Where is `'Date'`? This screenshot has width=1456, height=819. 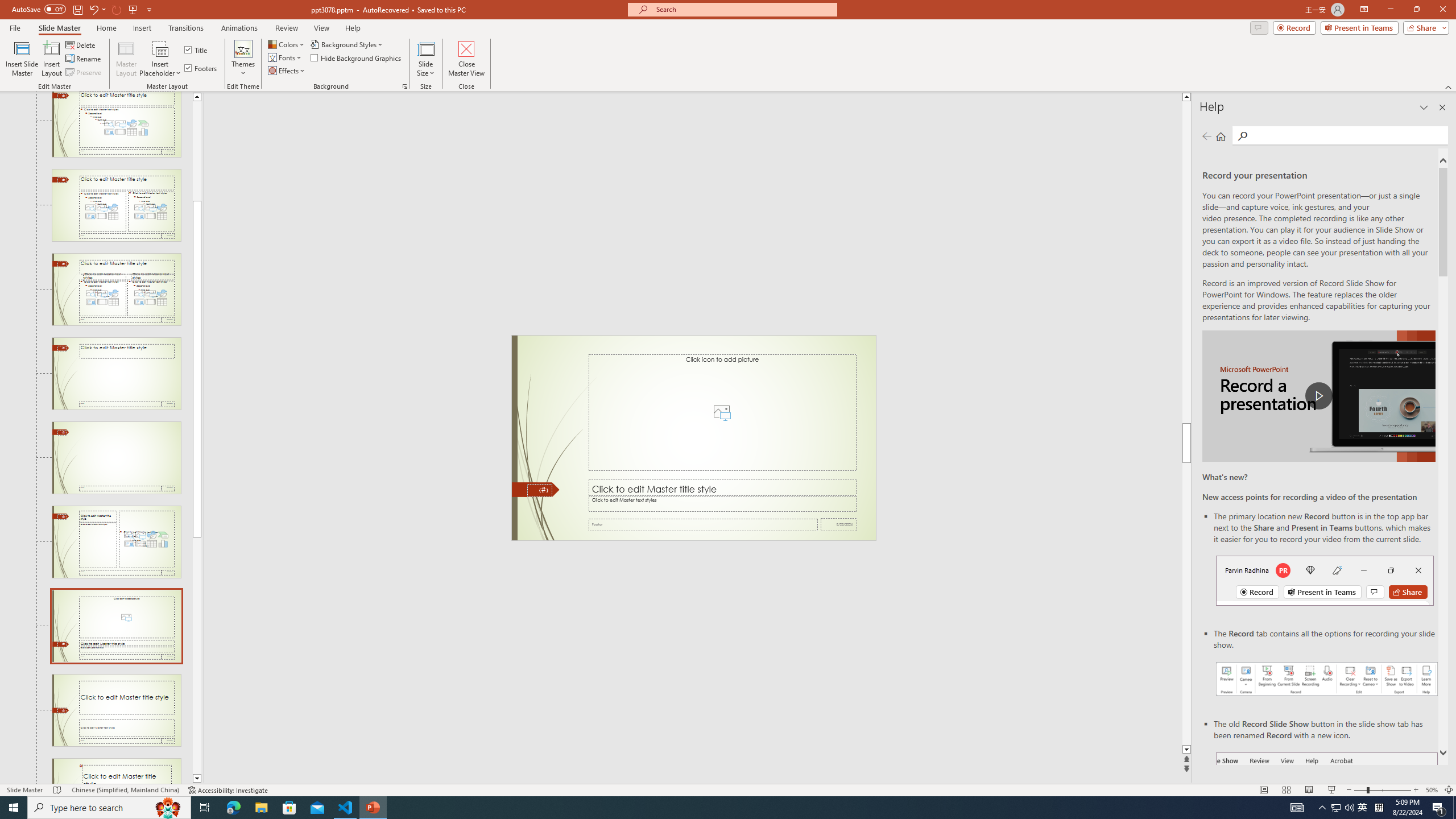 'Date' is located at coordinates (839, 524).